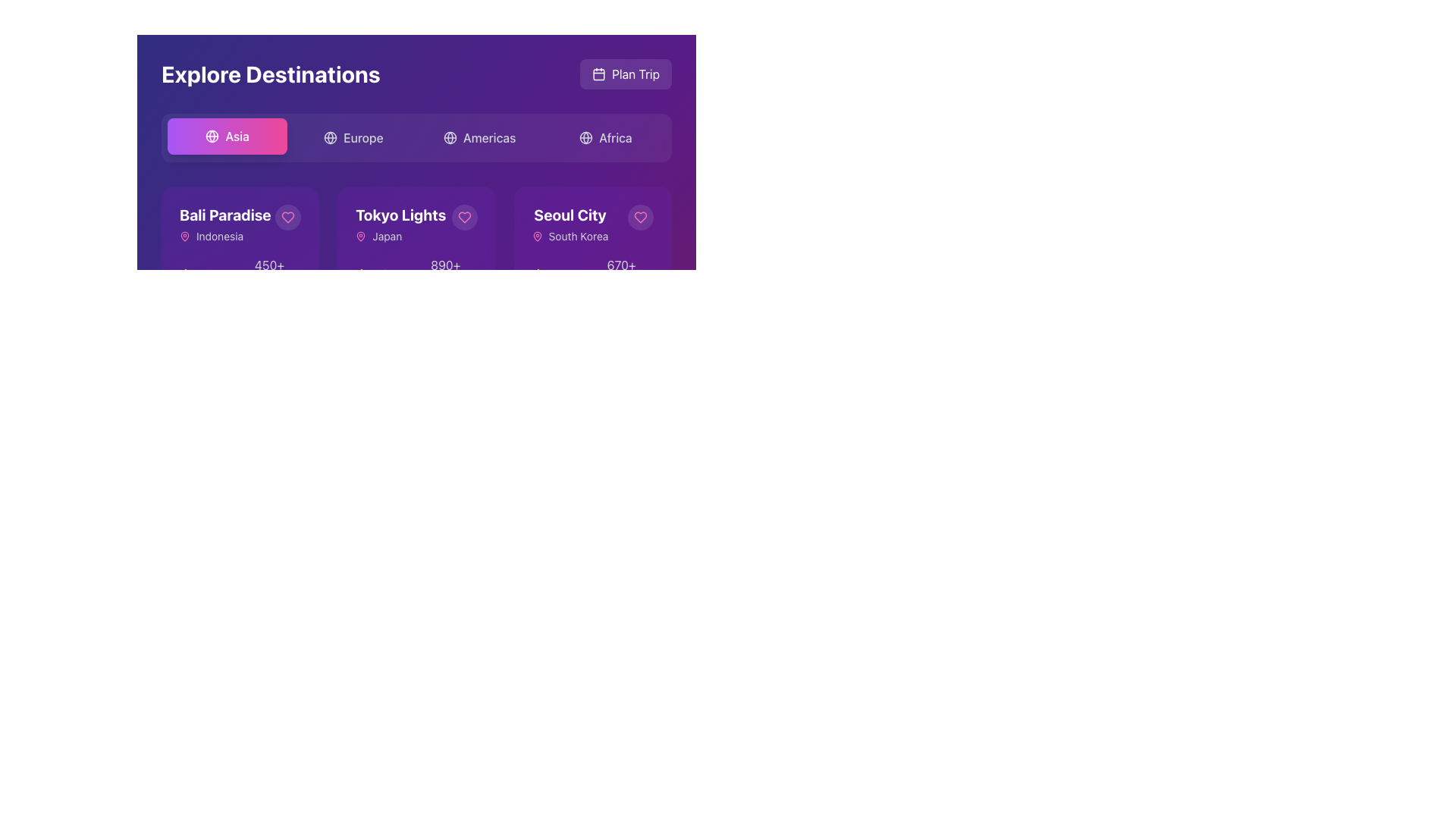 The height and width of the screenshot is (819, 1456). What do you see at coordinates (585, 137) in the screenshot?
I see `the 'Africa' button represented by the globe icon, which is the fourth item in the horizontal list at the top central area of the interface` at bounding box center [585, 137].